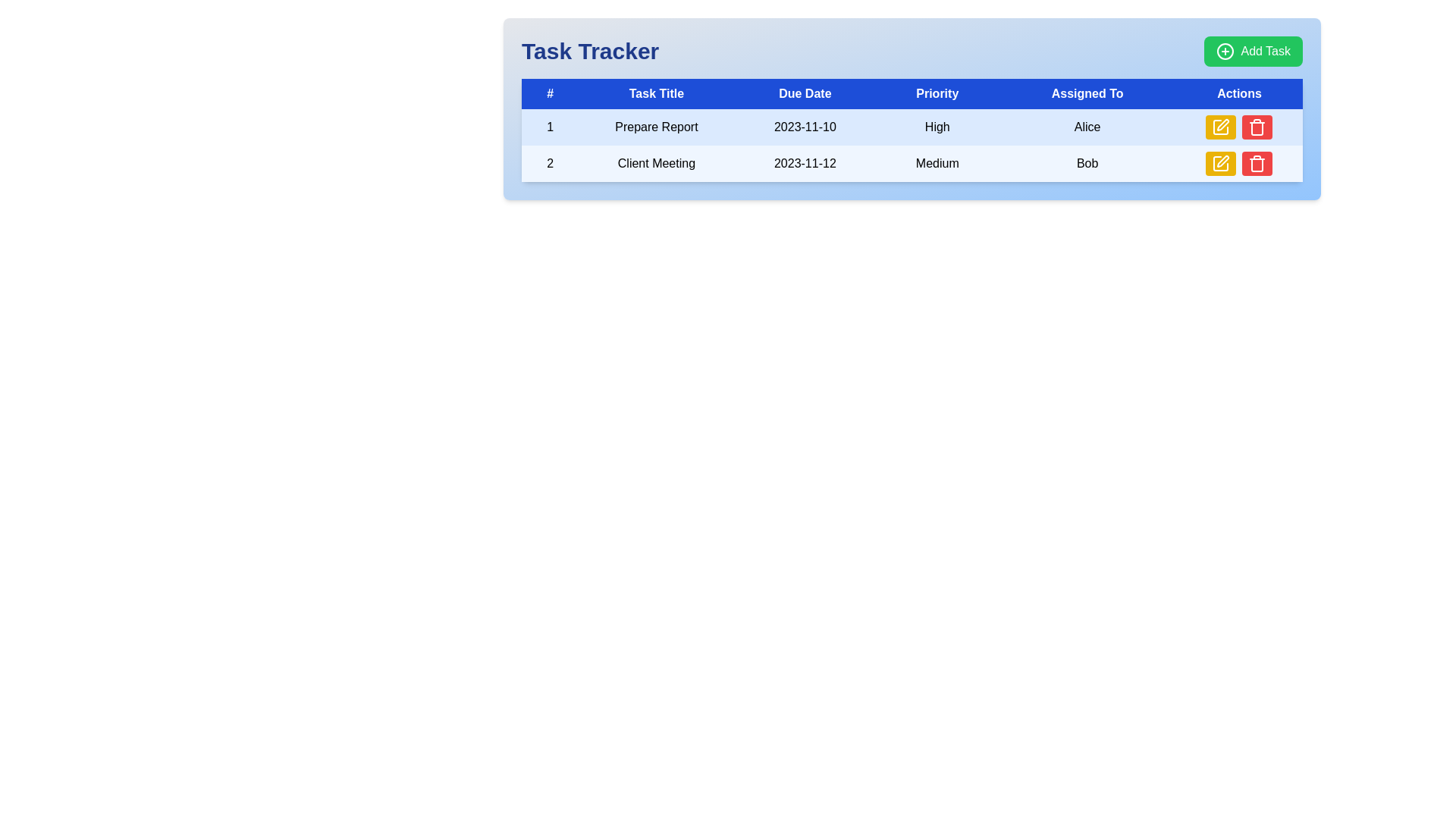 This screenshot has height=819, width=1456. I want to click on the text label indicating the due date of the task 'Prepare Report' in the task management interface, so click(804, 127).